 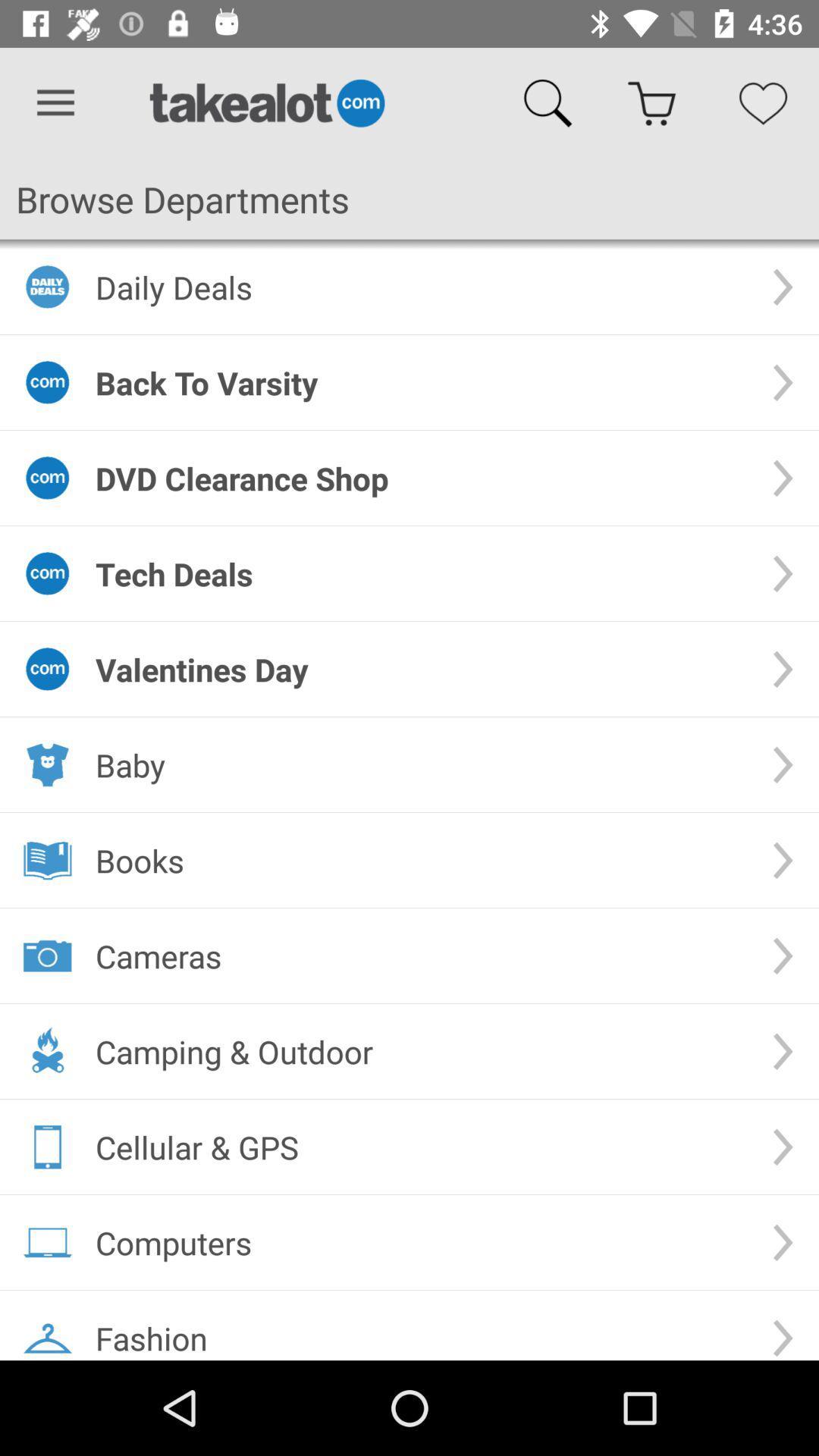 What do you see at coordinates (421, 1050) in the screenshot?
I see `the item below the cameras item` at bounding box center [421, 1050].